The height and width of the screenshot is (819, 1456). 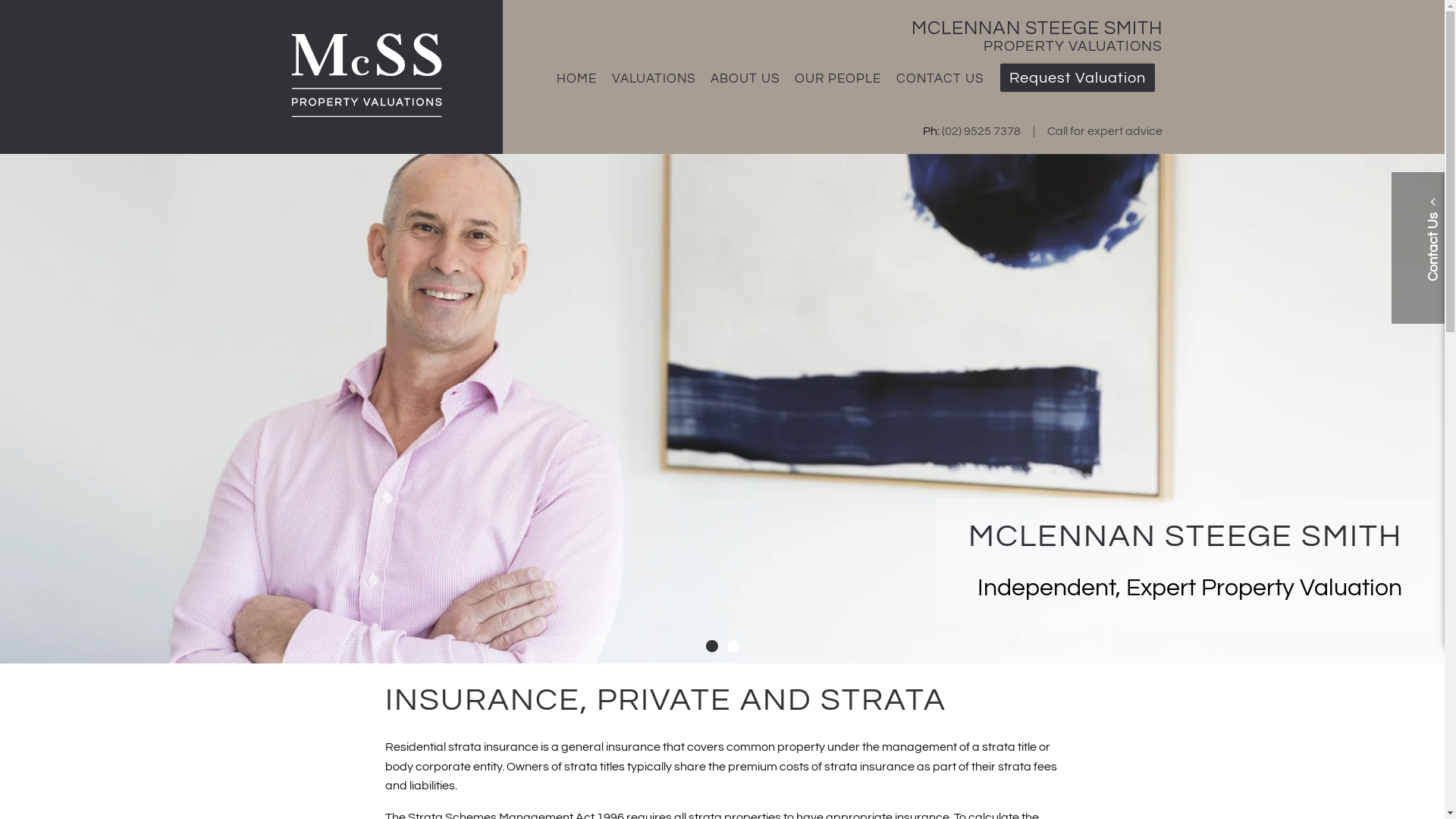 I want to click on 'OUR PEOPLE', so click(x=837, y=79).